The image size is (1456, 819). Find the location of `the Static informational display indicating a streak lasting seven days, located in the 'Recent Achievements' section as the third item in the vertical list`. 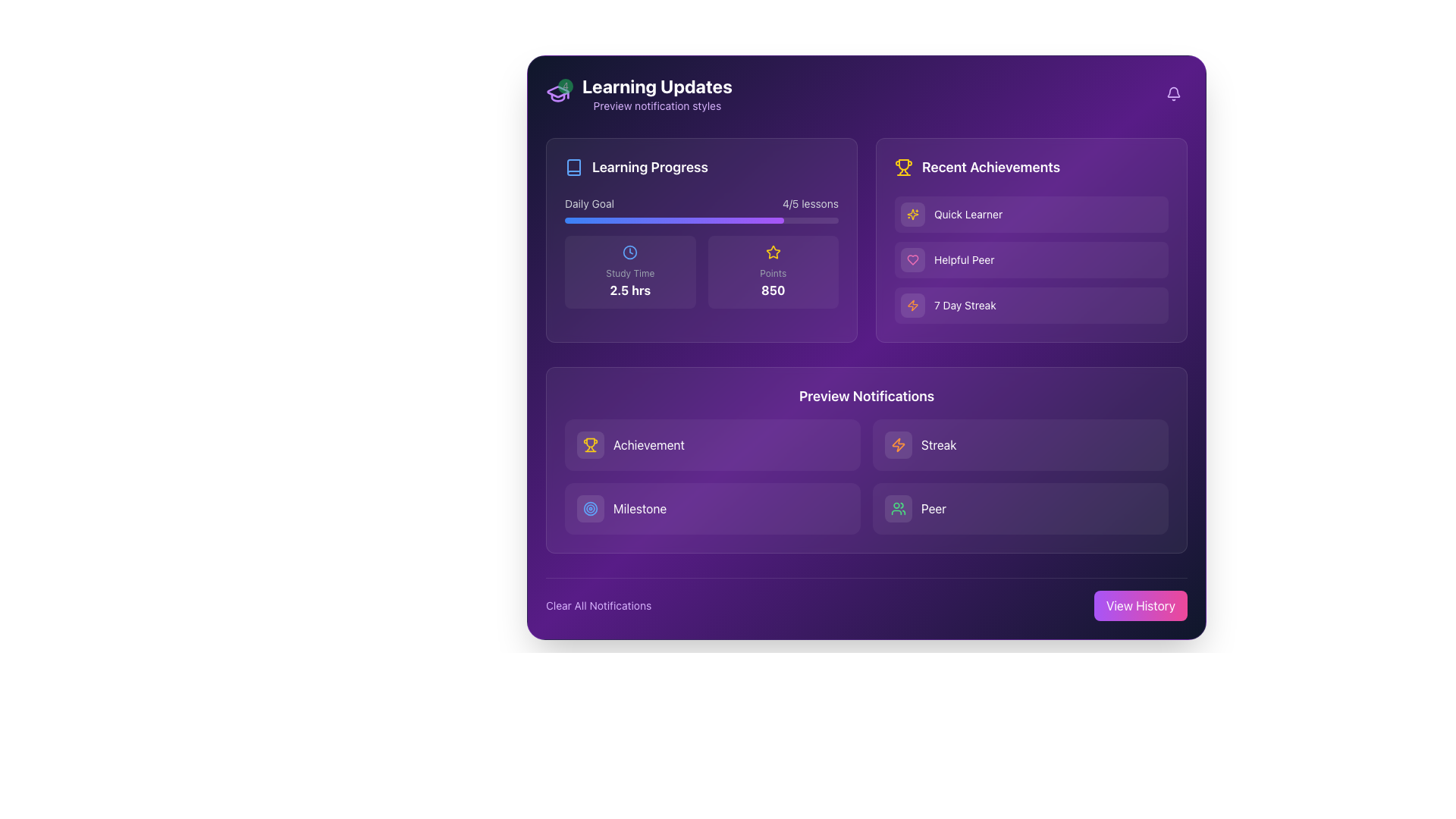

the Static informational display indicating a streak lasting seven days, located in the 'Recent Achievements' section as the third item in the vertical list is located at coordinates (1031, 305).